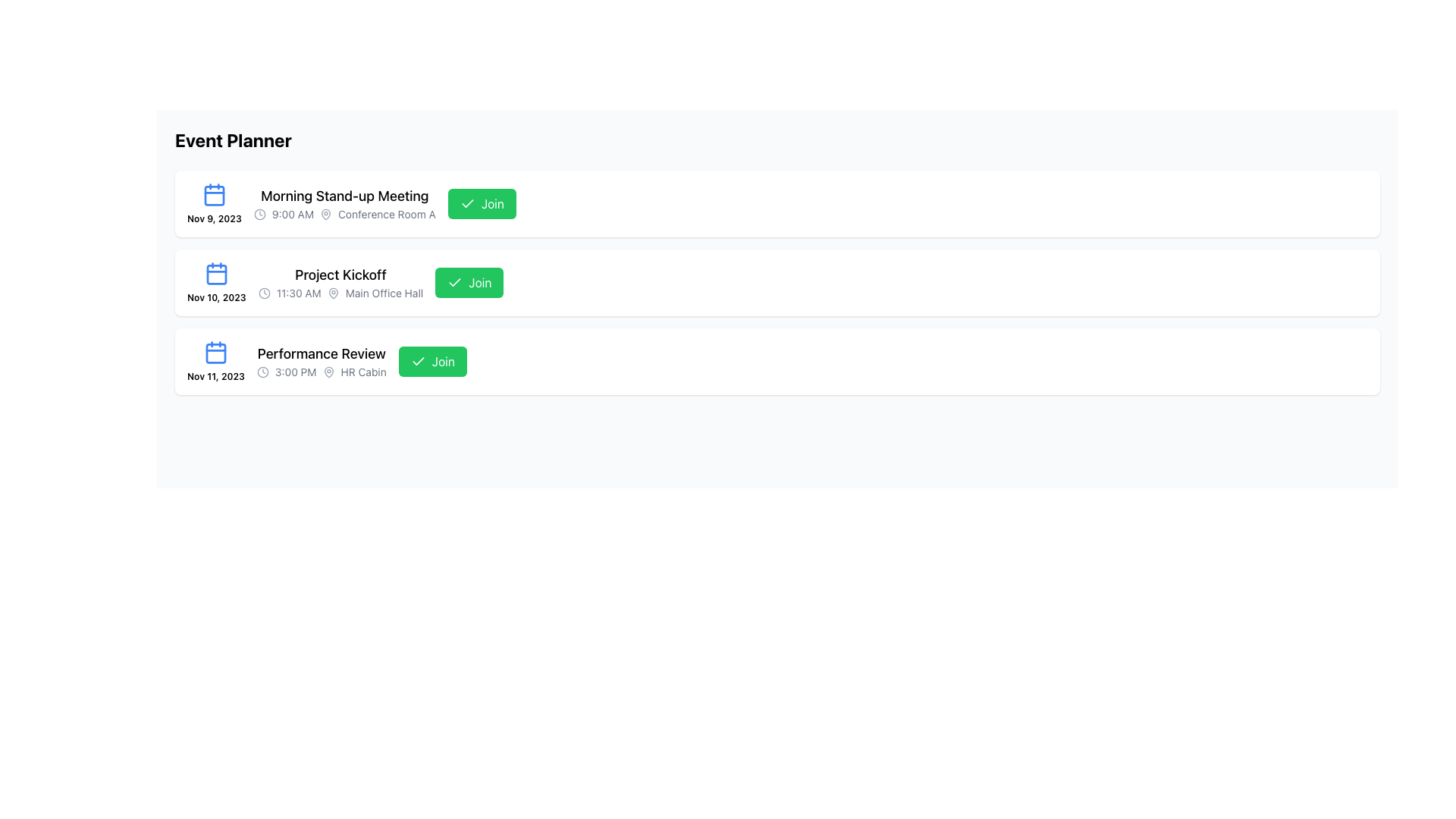 This screenshot has width=1456, height=819. I want to click on the circular stroke of the clock icon next to the 'Project Kickoff' event details, so click(264, 293).